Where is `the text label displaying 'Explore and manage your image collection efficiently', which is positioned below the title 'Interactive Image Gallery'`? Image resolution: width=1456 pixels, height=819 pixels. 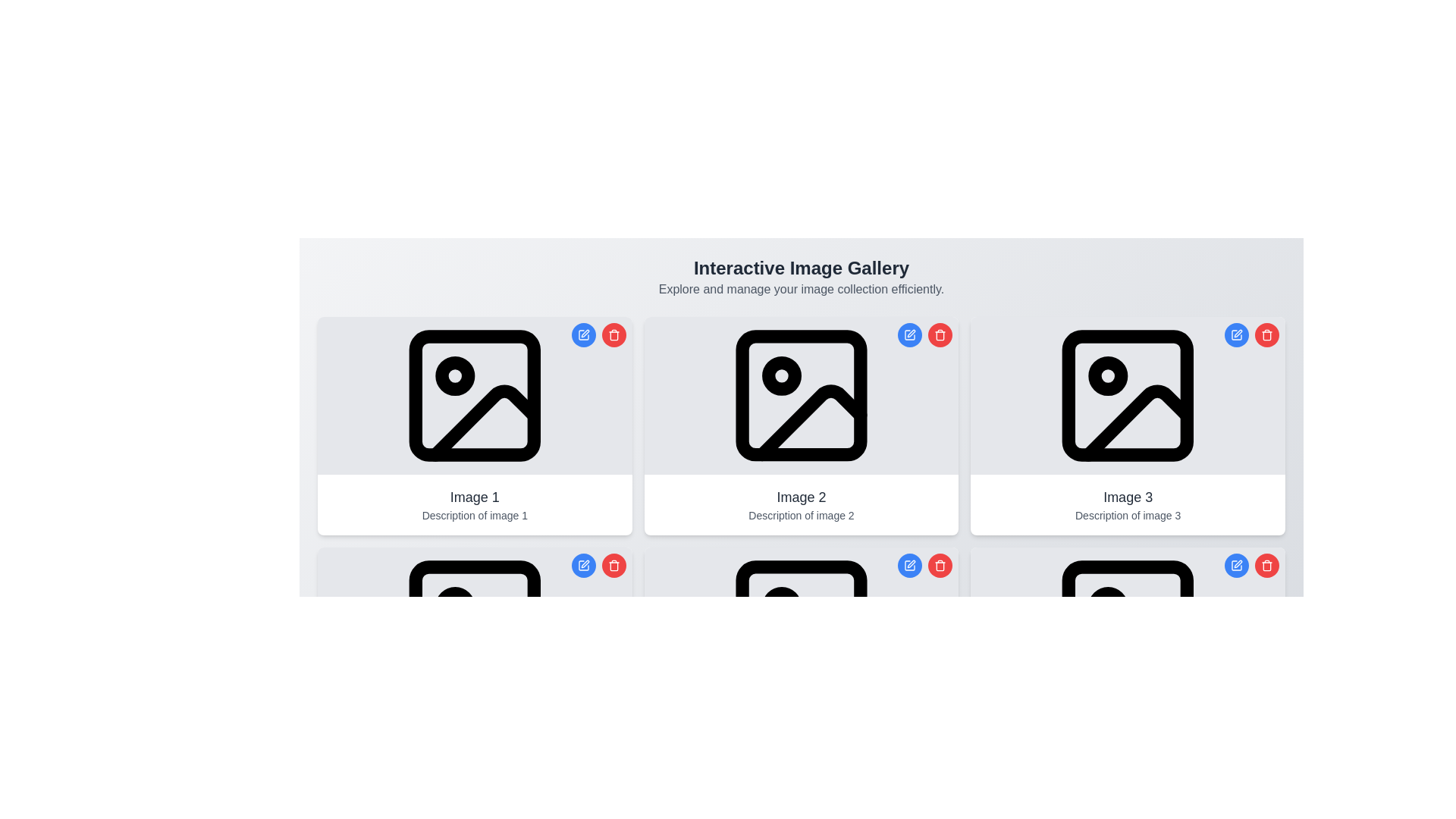
the text label displaying 'Explore and manage your image collection efficiently', which is positioned below the title 'Interactive Image Gallery' is located at coordinates (800, 289).